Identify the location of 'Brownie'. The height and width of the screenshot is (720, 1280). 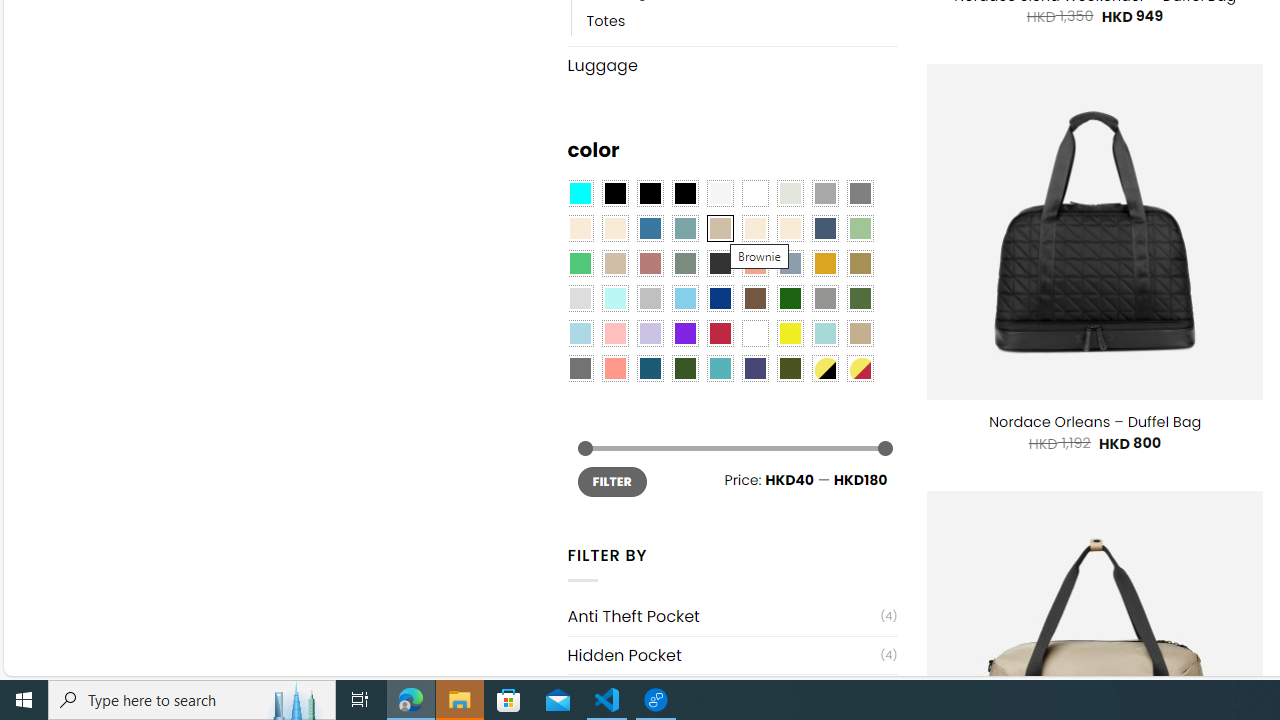
(720, 227).